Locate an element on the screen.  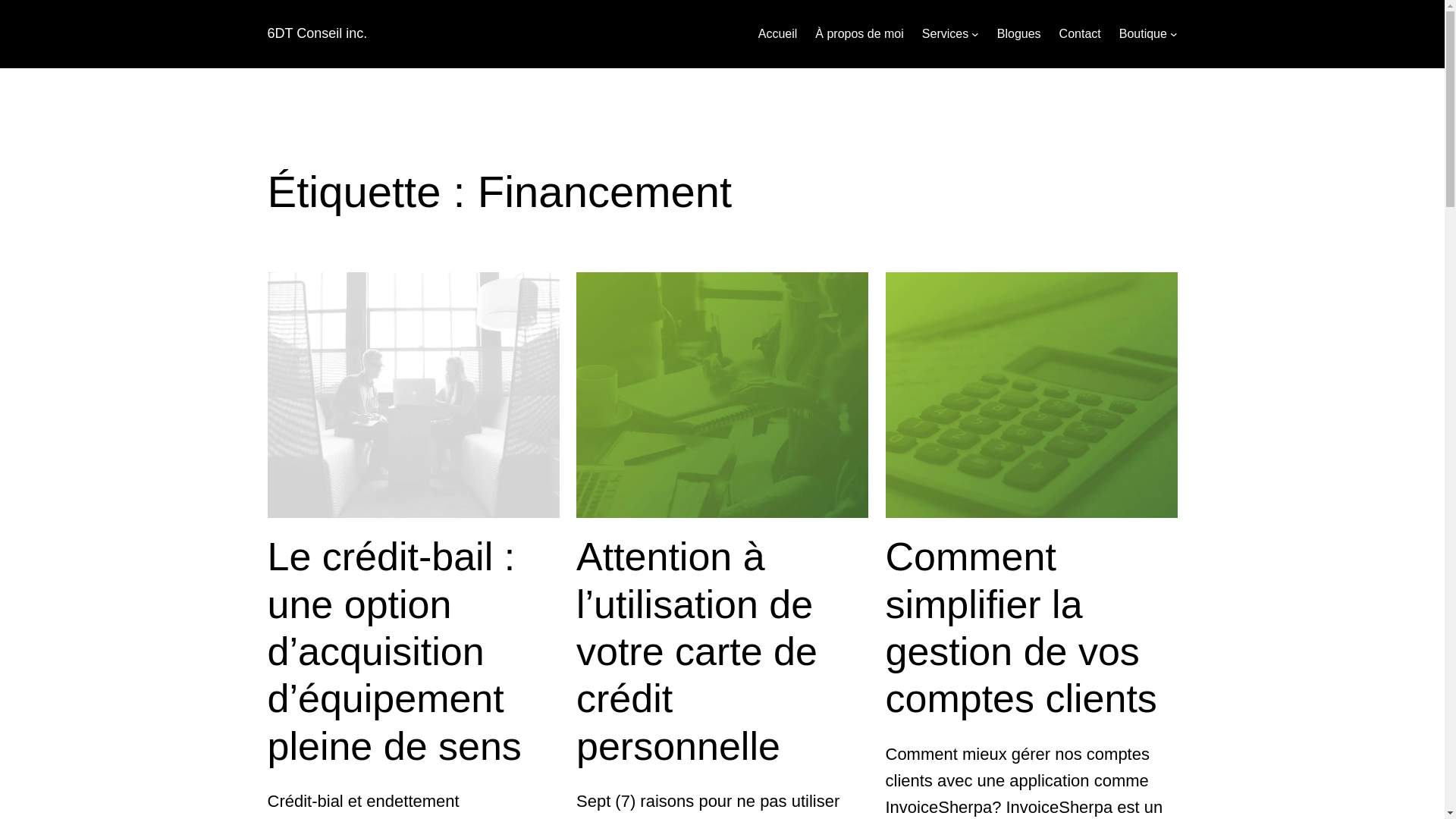
'Accueil' is located at coordinates (778, 34).